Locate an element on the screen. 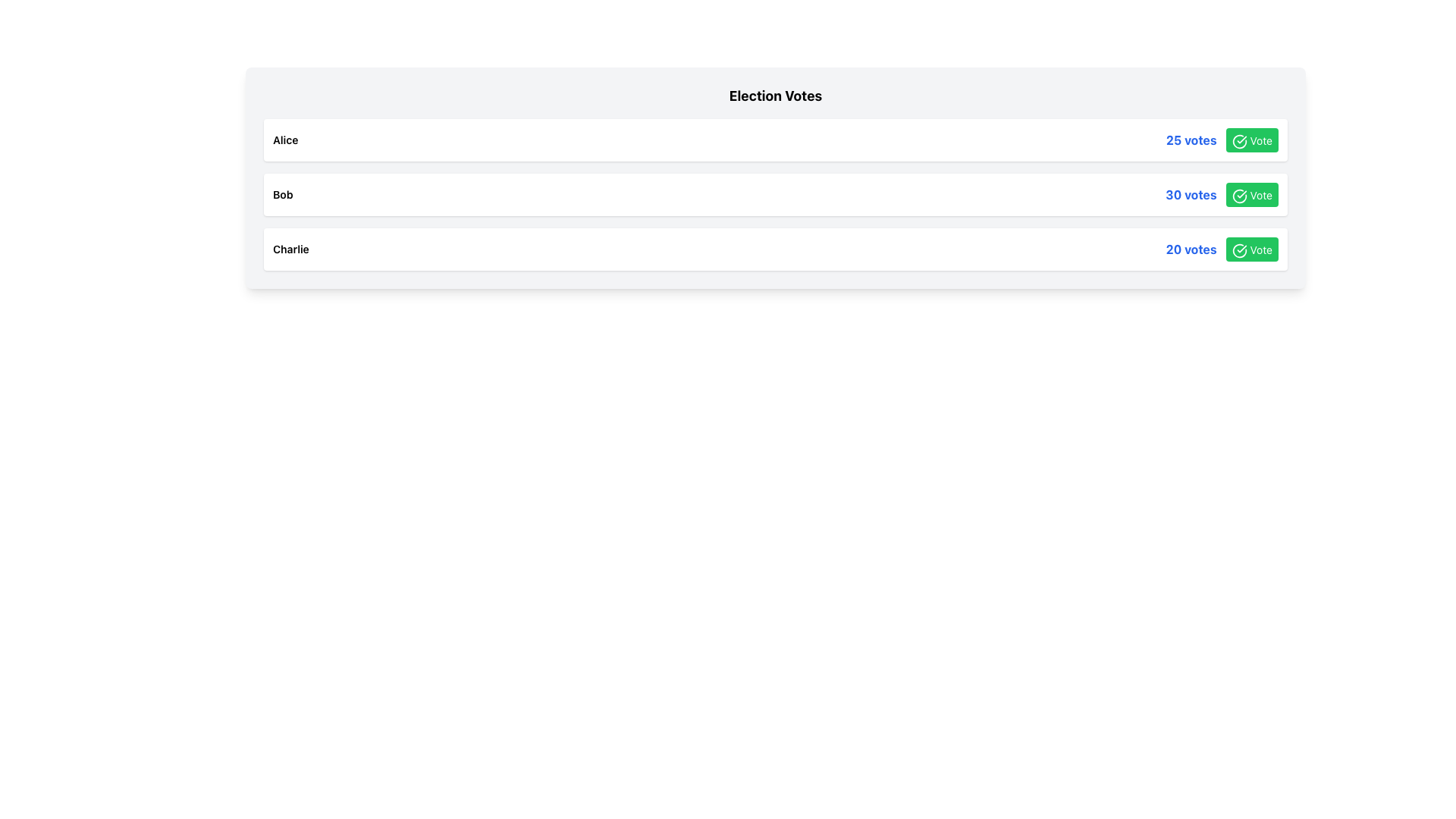  the 'Vote' button located in the top row of the vertically-stacked list interface, which displays '25 votes' and follows the label 'Alice' is located at coordinates (1222, 140).